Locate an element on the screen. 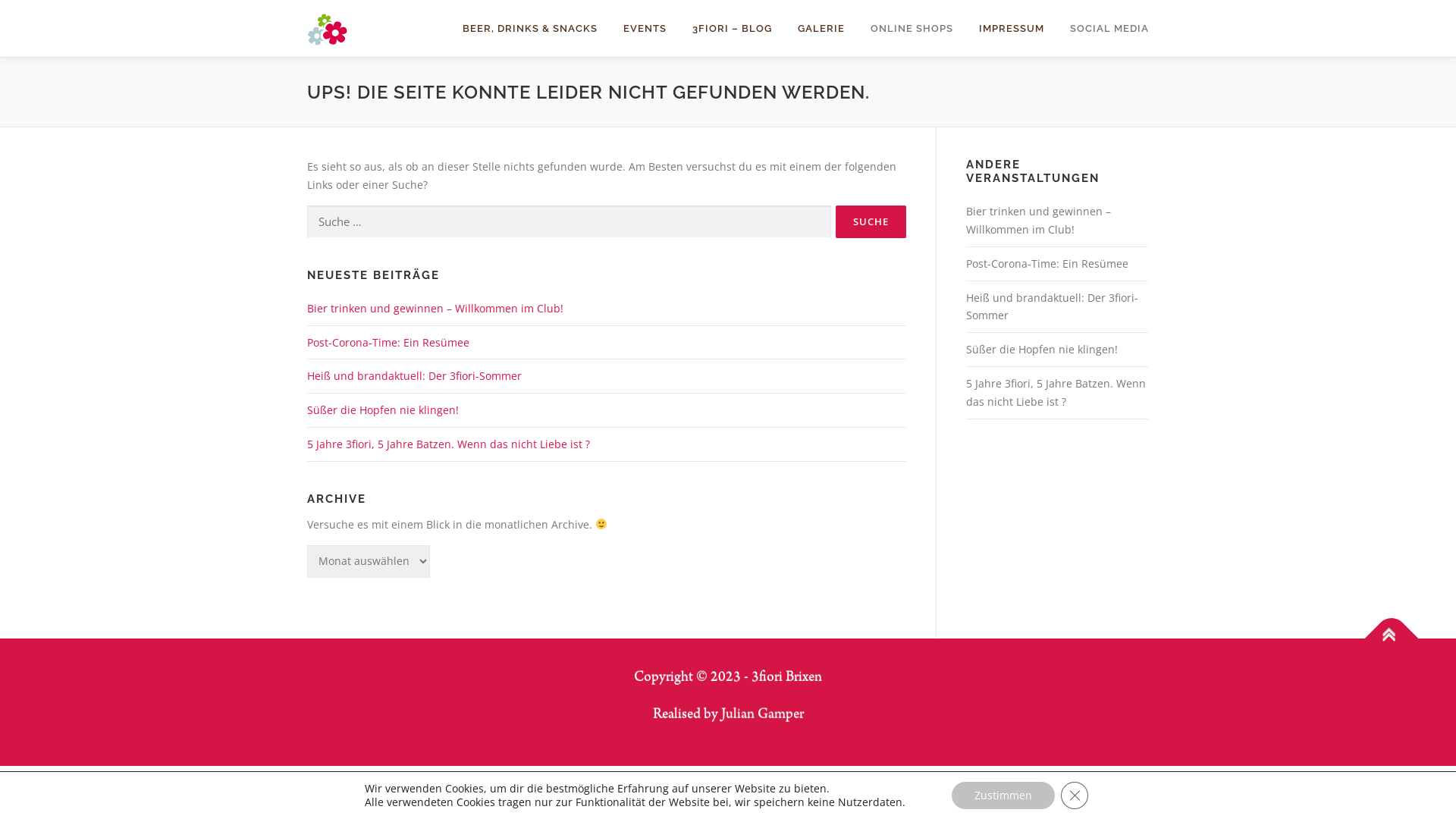 This screenshot has width=1456, height=819. 'IMPRESSUM' is located at coordinates (965, 28).